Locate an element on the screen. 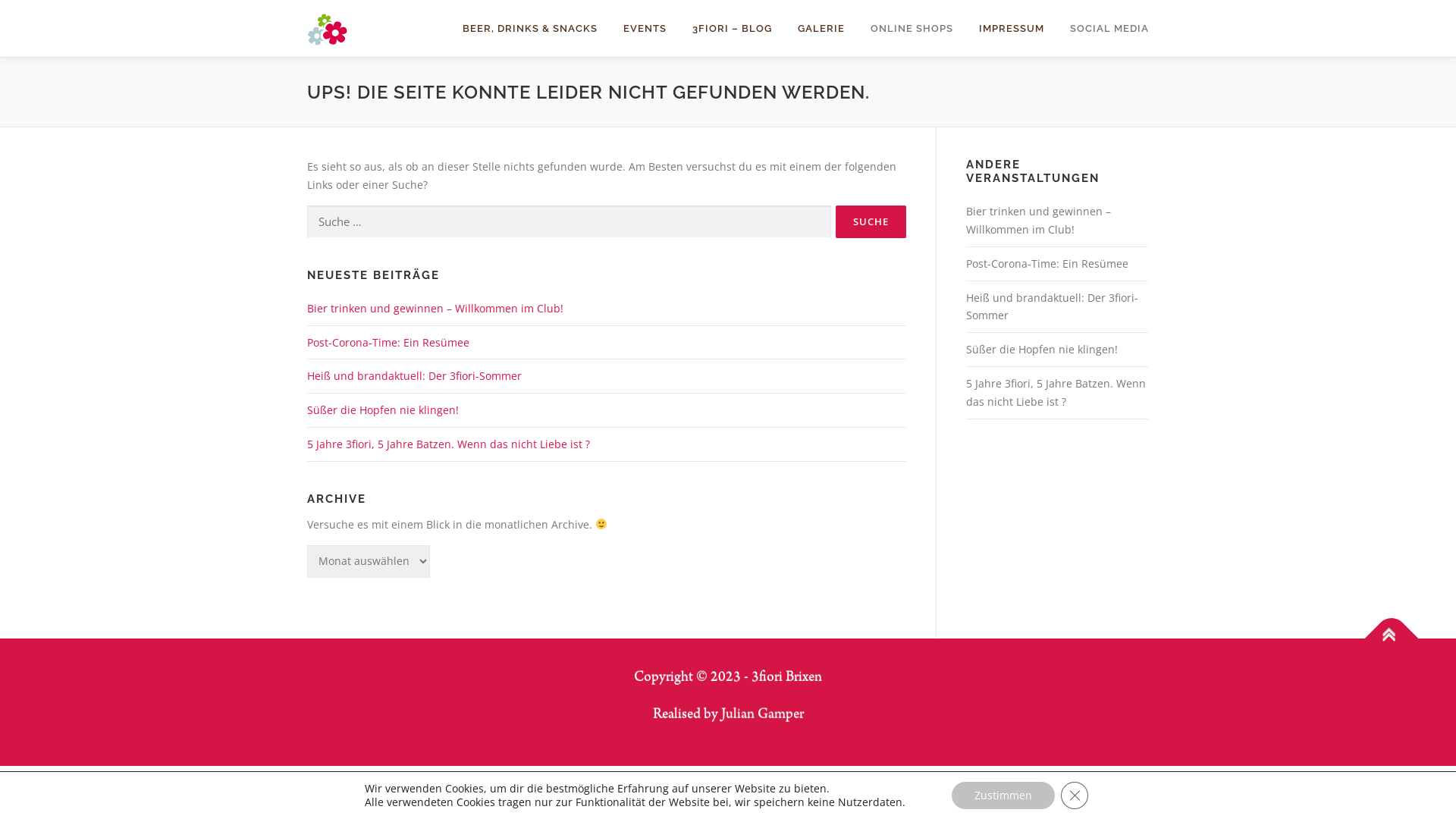 This screenshot has width=1456, height=819. 'IMPRESSUM' is located at coordinates (965, 28).